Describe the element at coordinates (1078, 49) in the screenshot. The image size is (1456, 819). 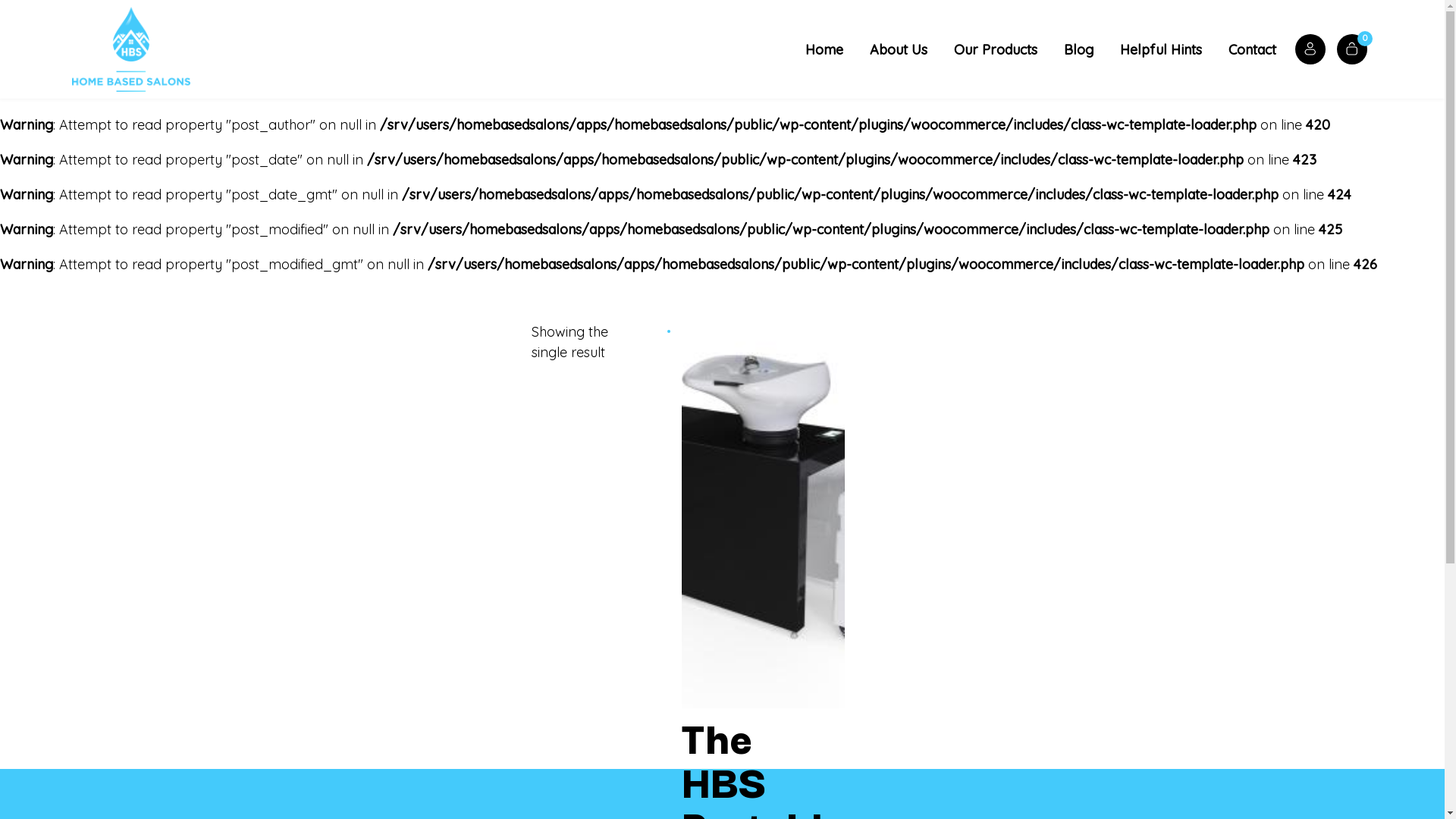
I see `'Blog'` at that location.